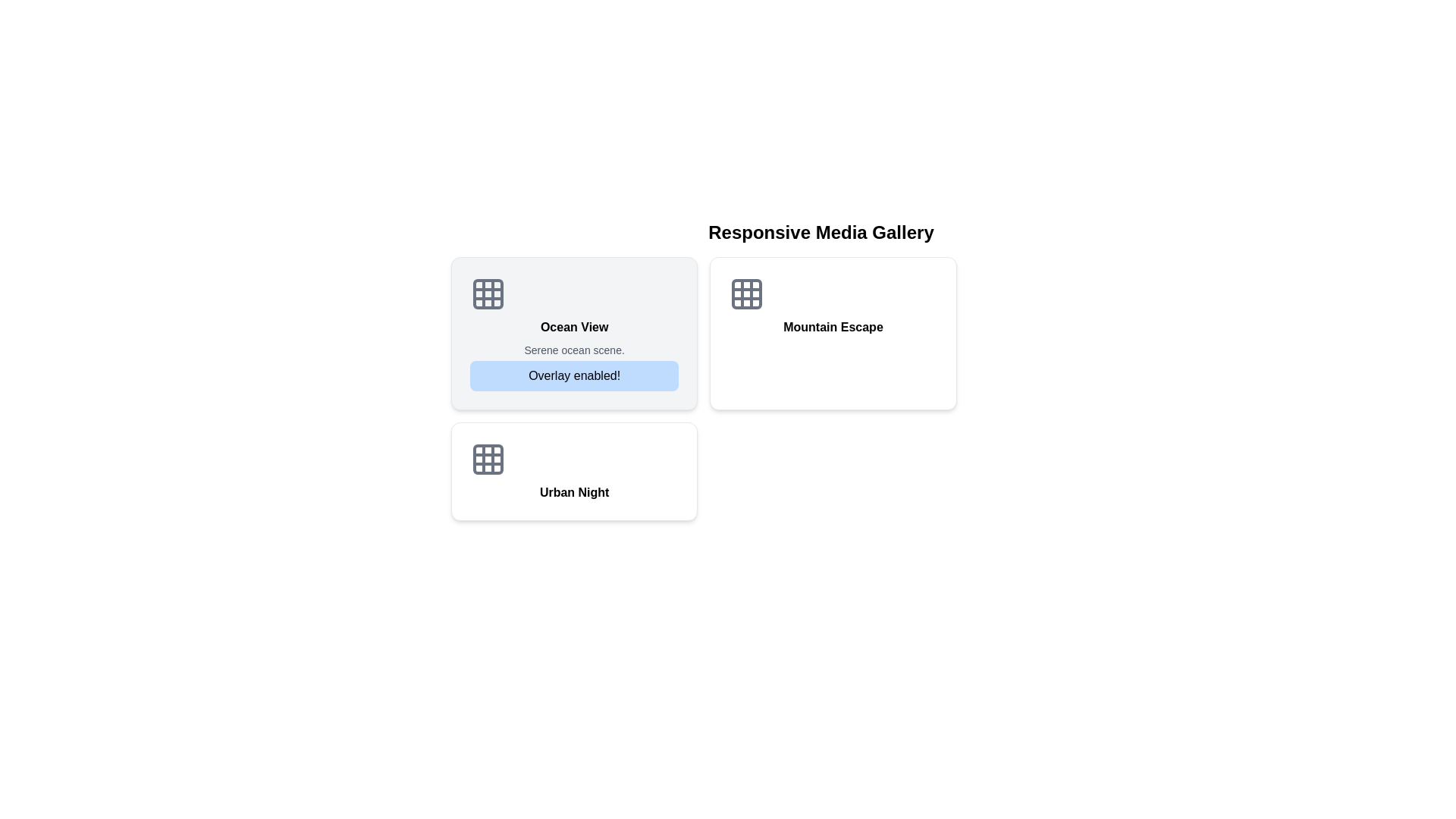 Image resolution: width=1456 pixels, height=819 pixels. I want to click on the small square icon with rounded corners located in the center of the 3x3 grid within the 'Urban Night' section in the lower-left area of the interface, so click(488, 458).